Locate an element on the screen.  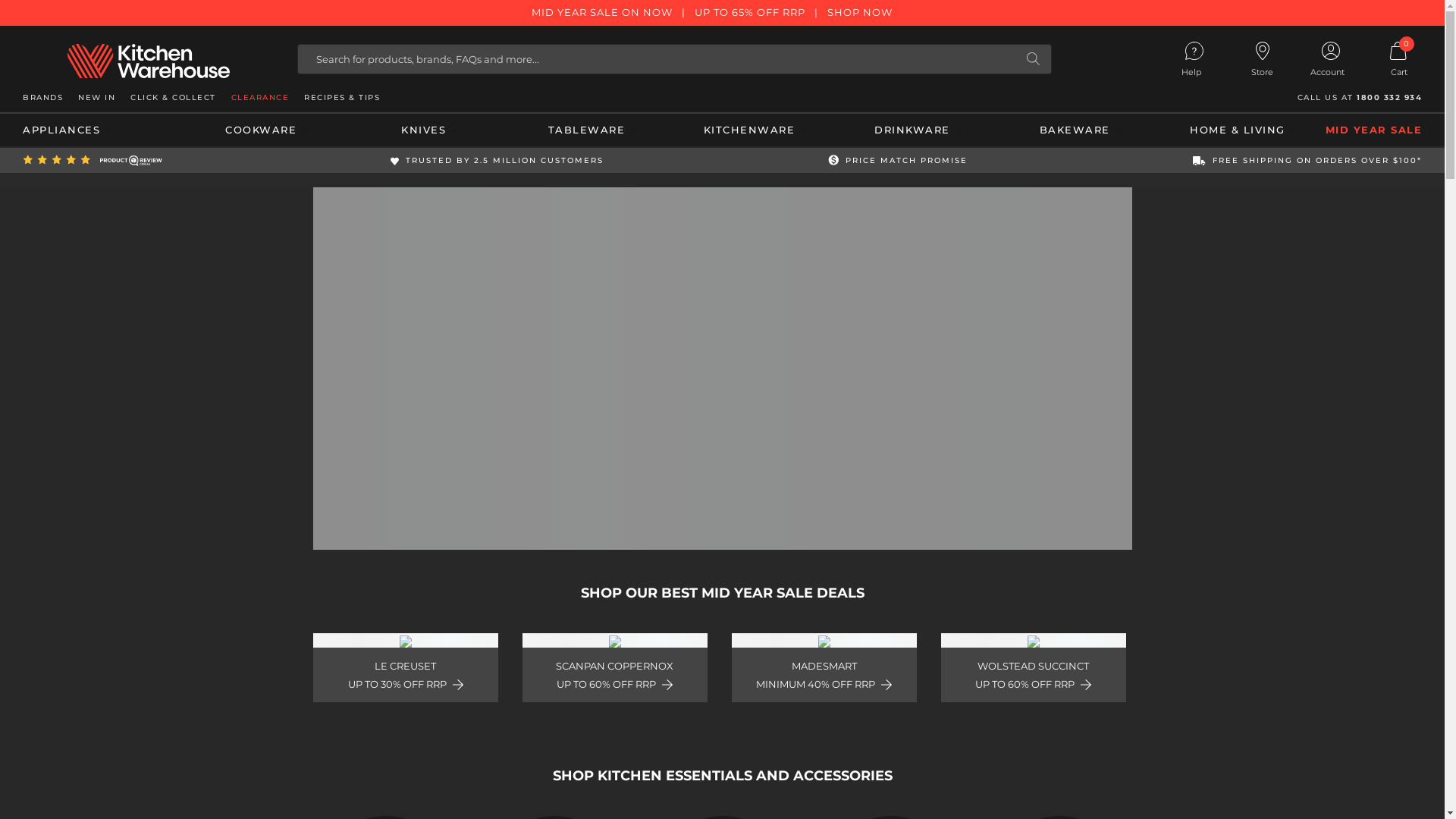
'FREE SHIPPING ON ORDERS OVER $100*' is located at coordinates (1306, 160).